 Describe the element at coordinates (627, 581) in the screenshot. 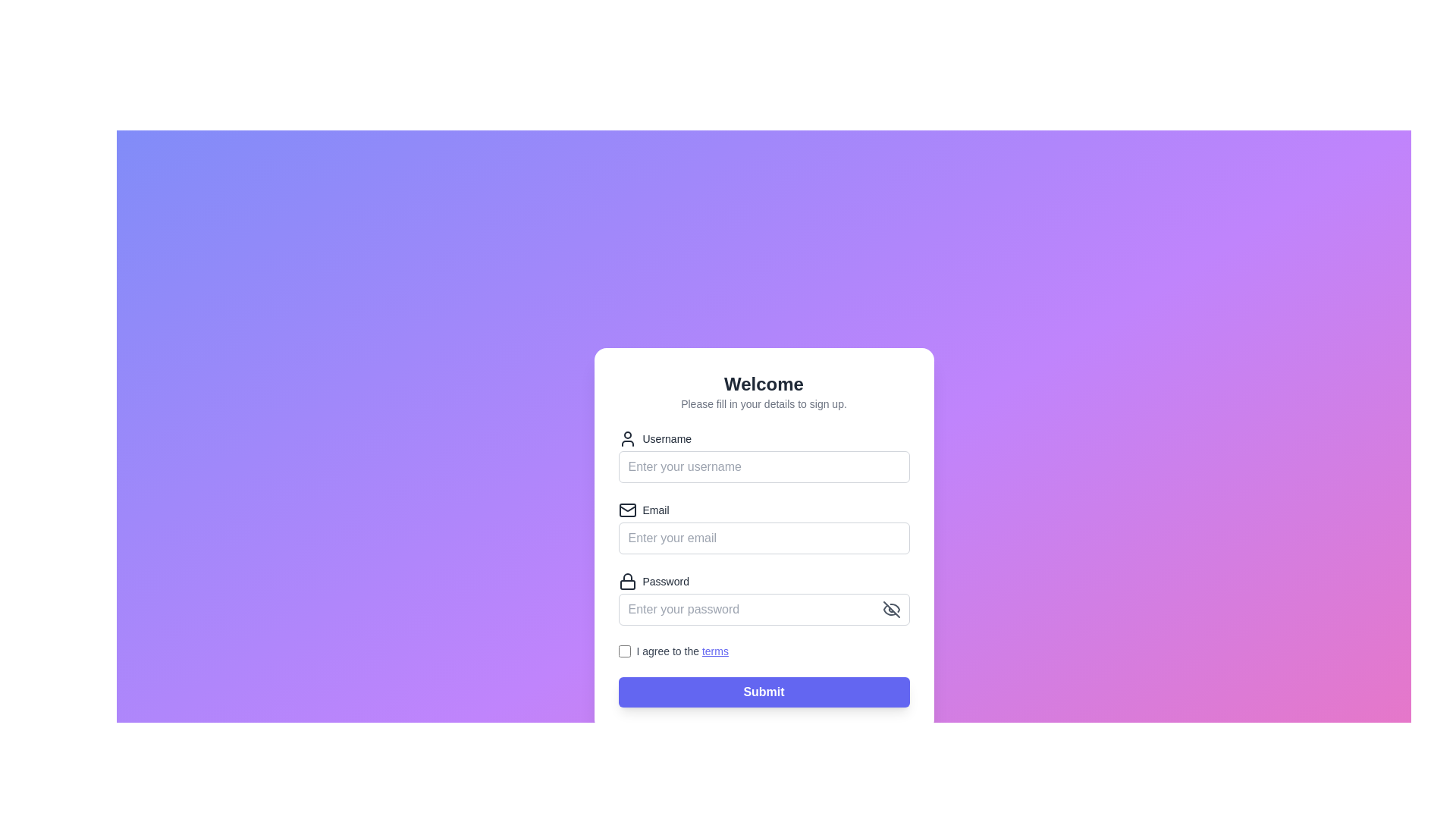

I see `the lock icon located to the left of the 'Password' label in the password section of the form` at that location.